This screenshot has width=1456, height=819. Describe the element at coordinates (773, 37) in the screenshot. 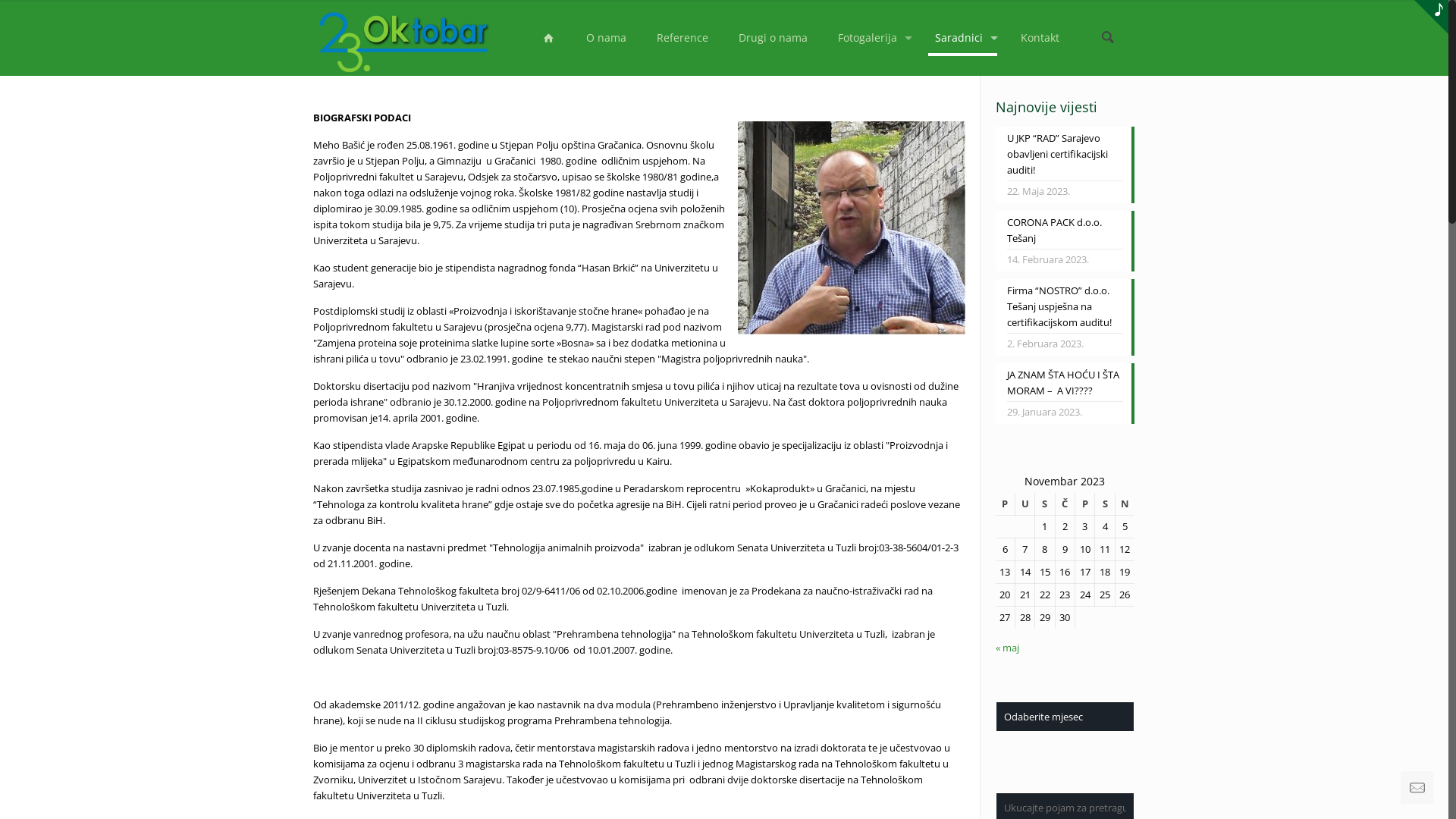

I see `'Drugi o nama'` at that location.